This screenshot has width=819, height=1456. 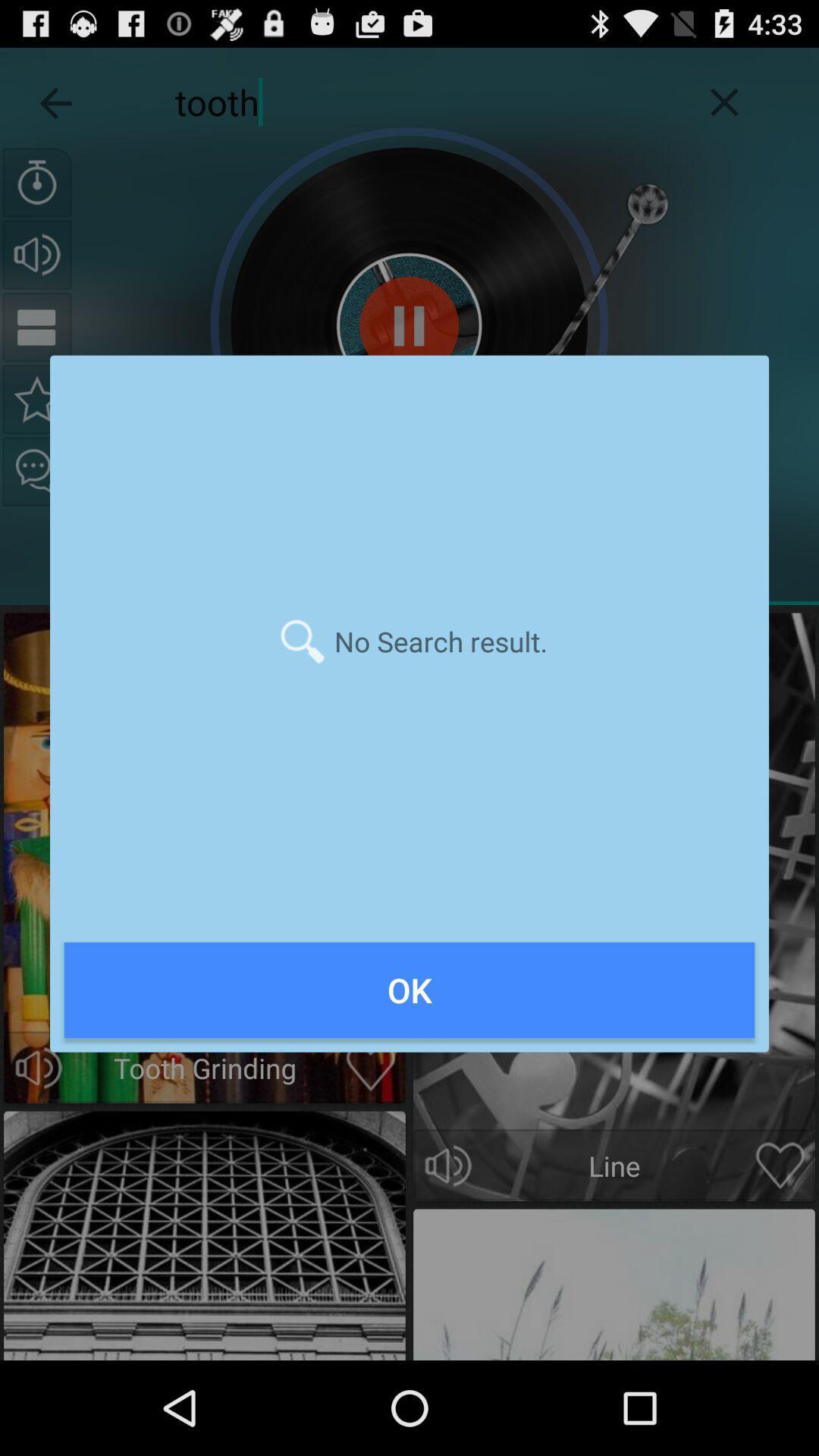 I want to click on icon at the bottom, so click(x=409, y=990).